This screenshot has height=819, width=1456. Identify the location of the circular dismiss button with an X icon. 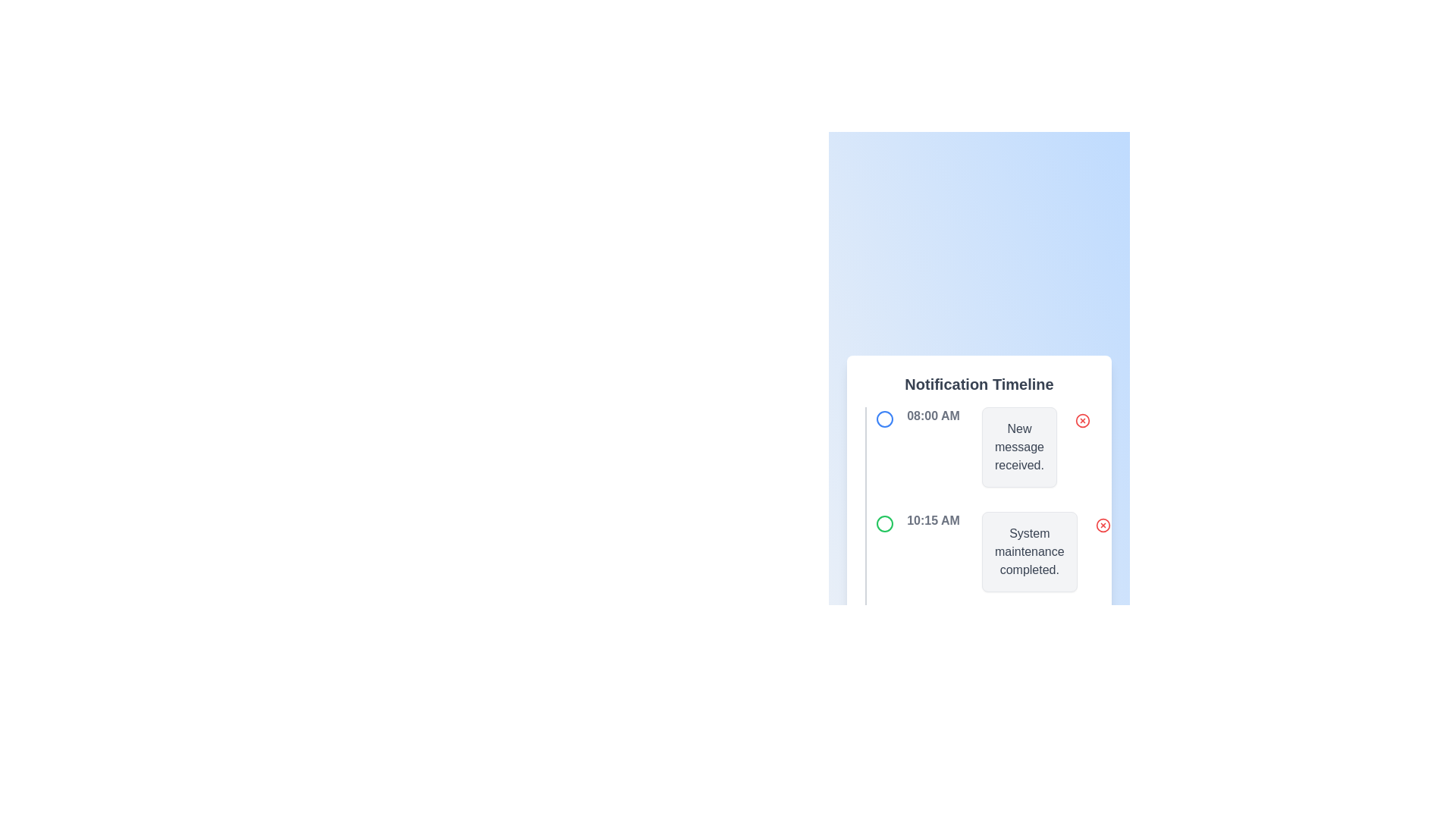
(1103, 525).